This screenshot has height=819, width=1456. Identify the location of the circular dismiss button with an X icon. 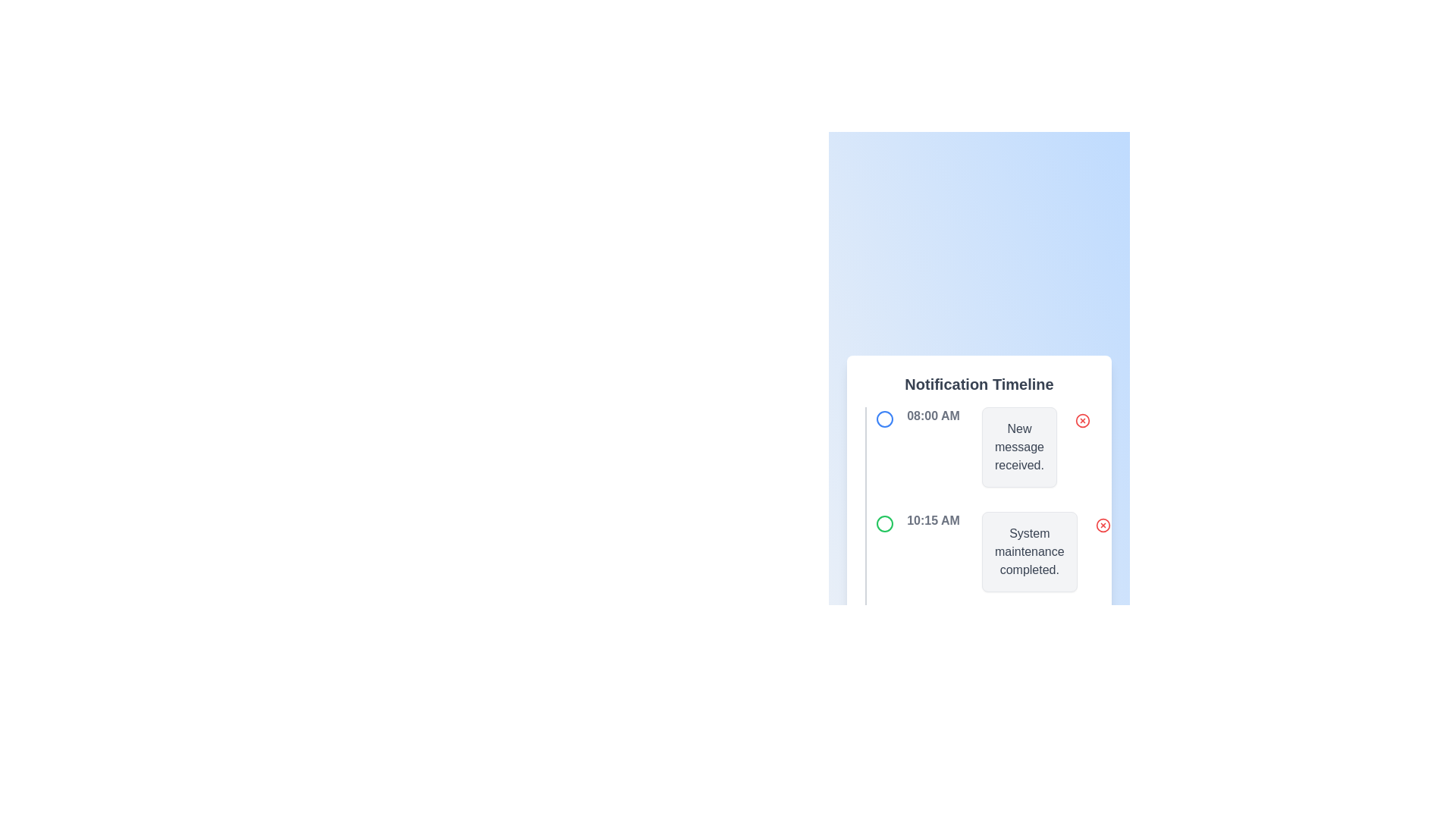
(1103, 525).